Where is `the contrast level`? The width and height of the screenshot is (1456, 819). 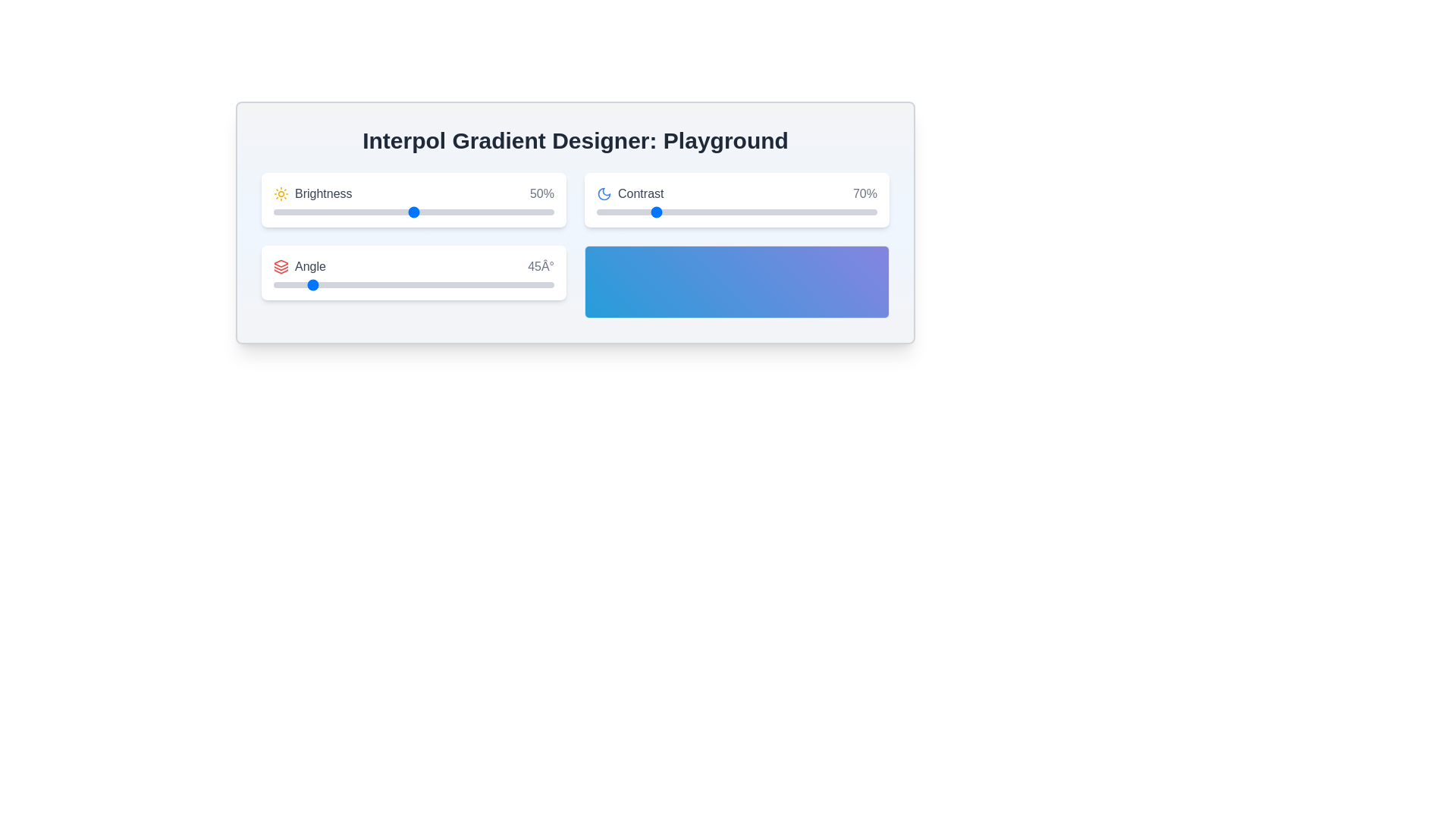 the contrast level is located at coordinates (689, 212).